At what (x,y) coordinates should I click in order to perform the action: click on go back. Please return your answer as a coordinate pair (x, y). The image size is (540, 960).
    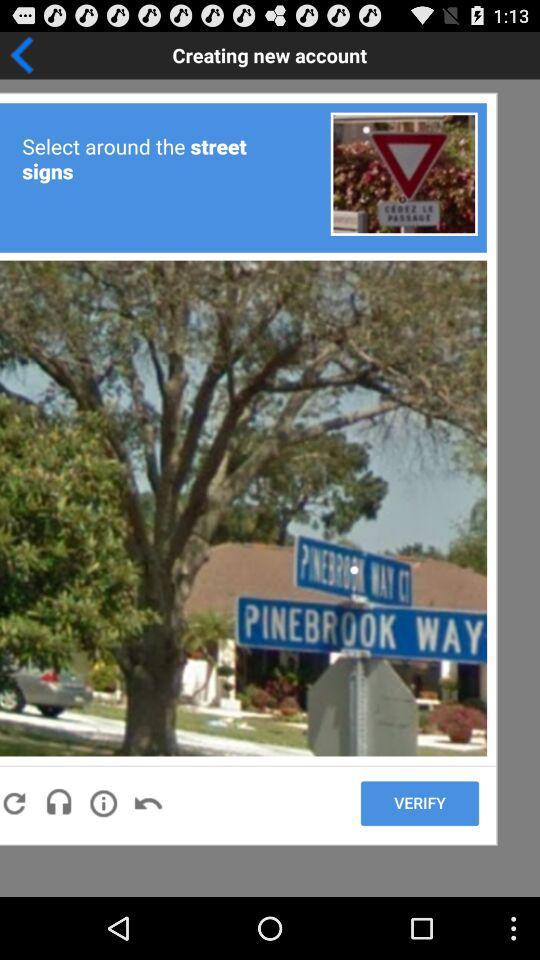
    Looking at the image, I should click on (83, 54).